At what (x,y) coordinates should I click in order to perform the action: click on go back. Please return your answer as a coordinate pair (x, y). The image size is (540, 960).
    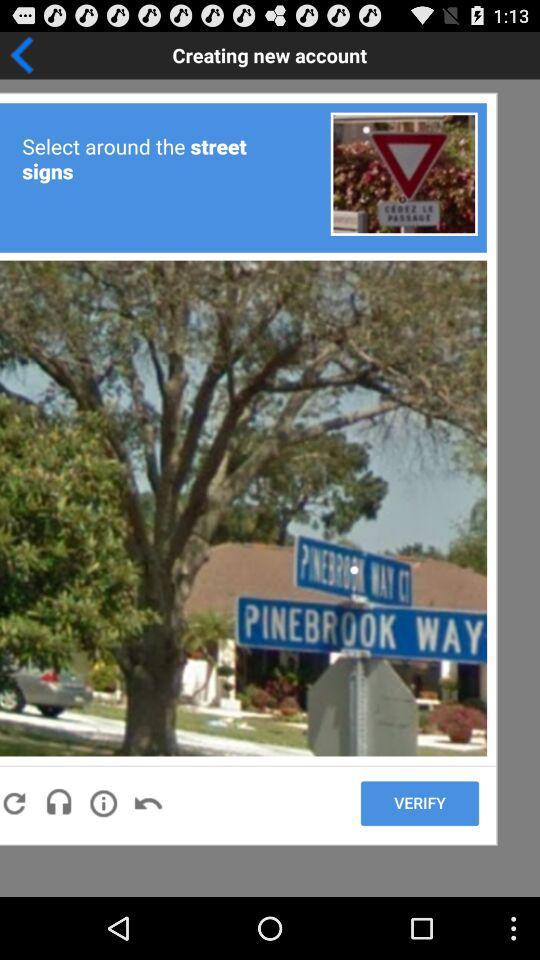
    Looking at the image, I should click on (83, 54).